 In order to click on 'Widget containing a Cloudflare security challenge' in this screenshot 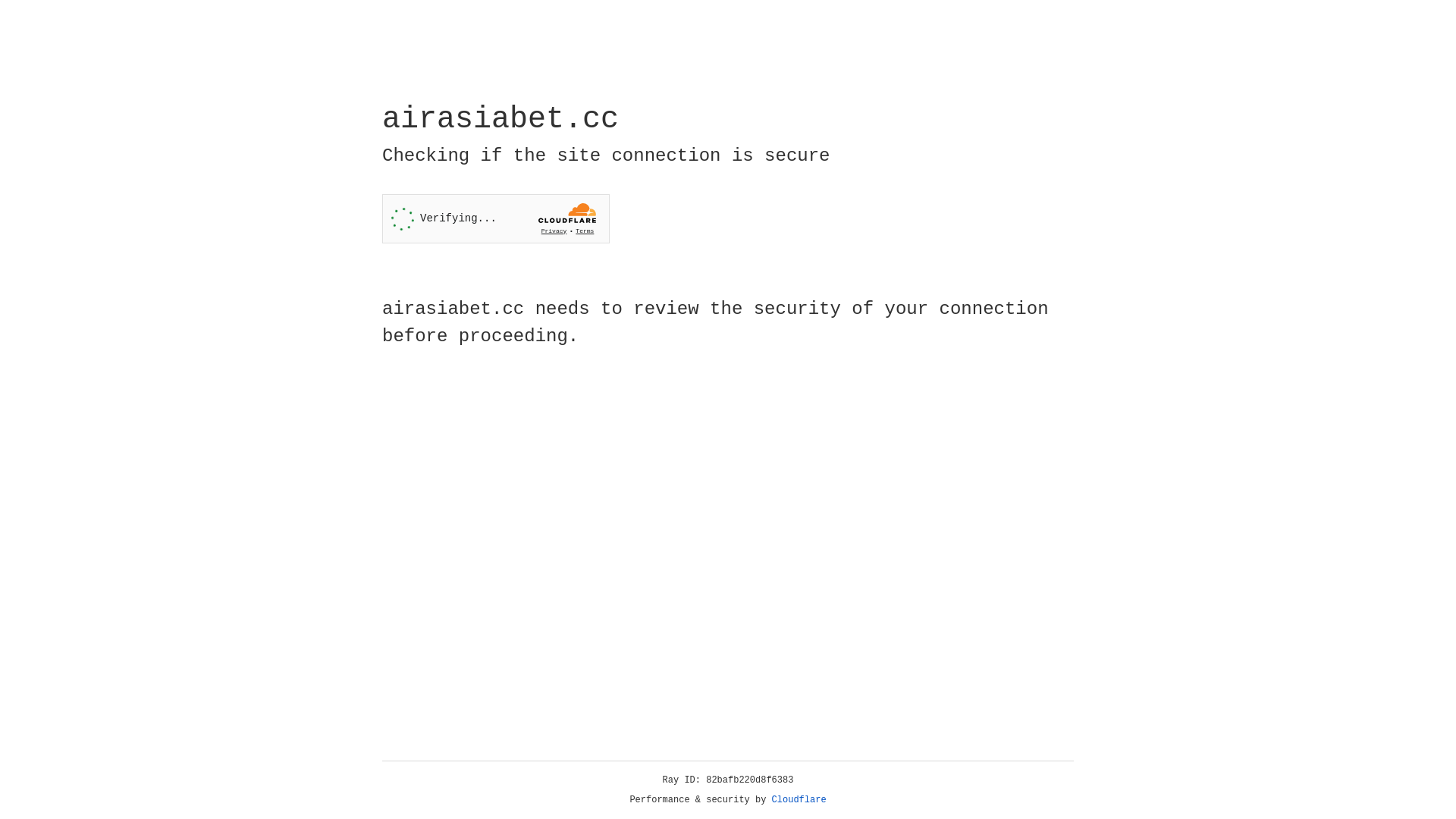, I will do `click(495, 218)`.